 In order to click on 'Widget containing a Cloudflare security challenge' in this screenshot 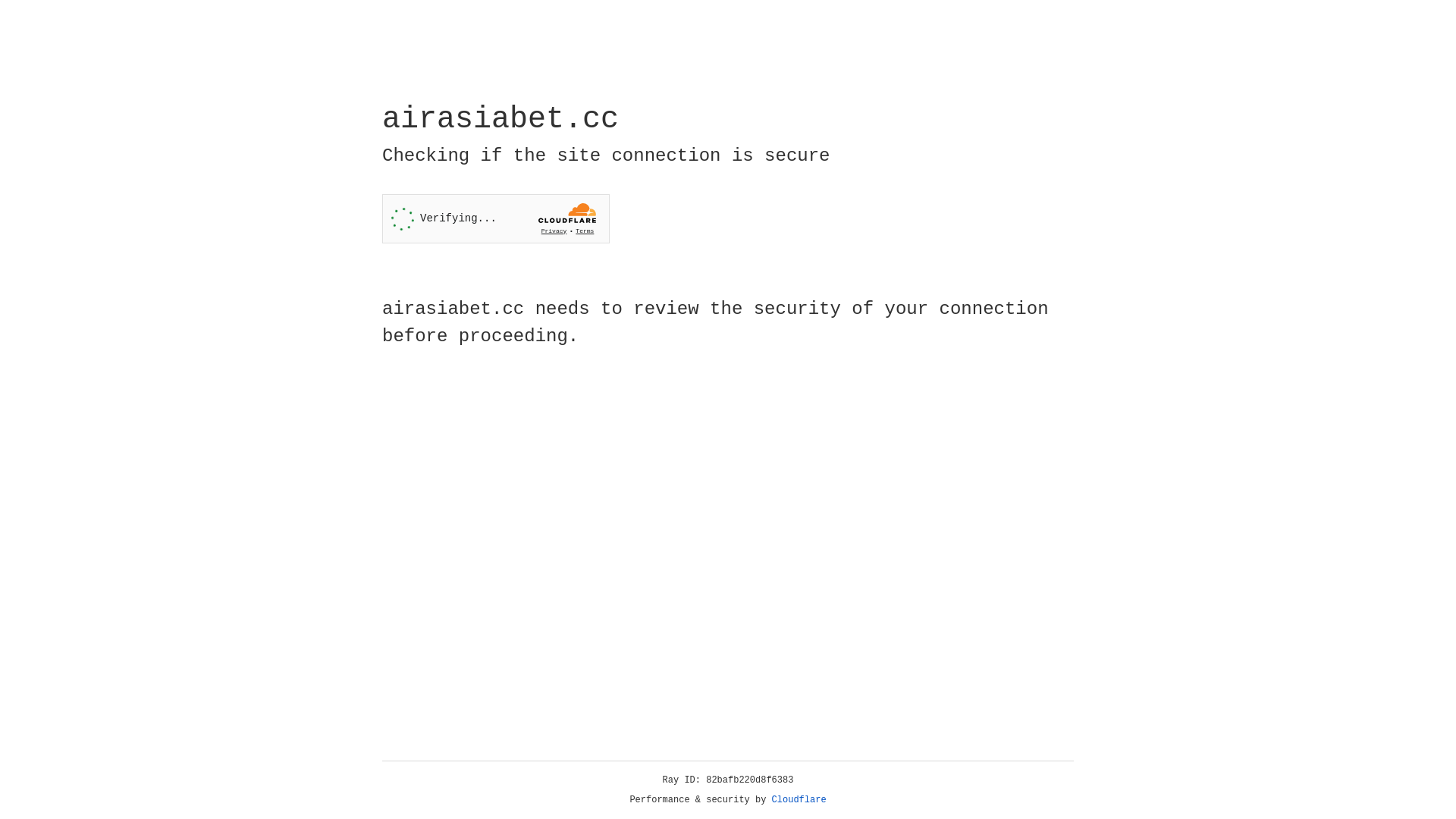, I will do `click(495, 218)`.